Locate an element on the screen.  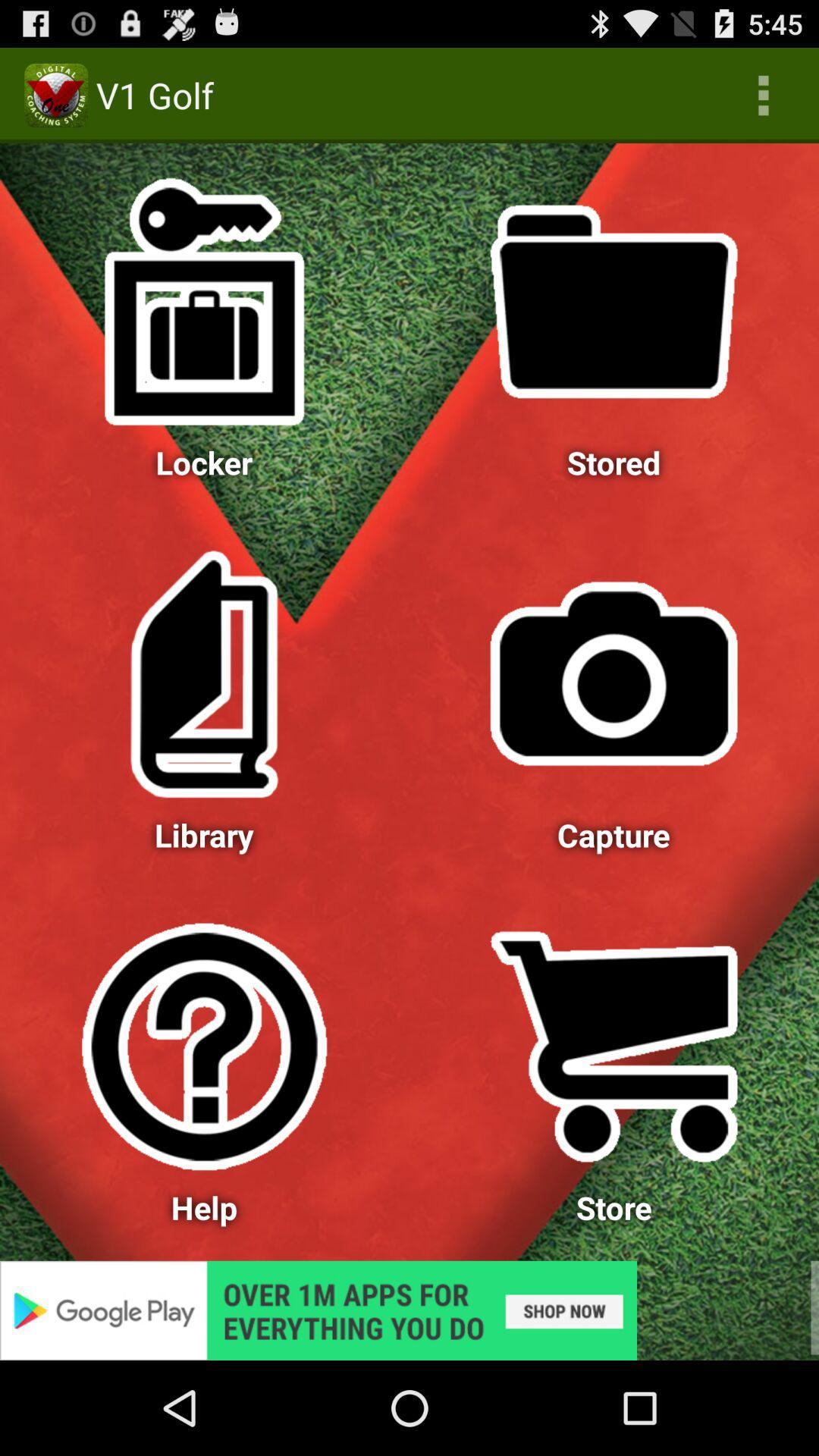
the item at the bottom is located at coordinates (409, 1310).